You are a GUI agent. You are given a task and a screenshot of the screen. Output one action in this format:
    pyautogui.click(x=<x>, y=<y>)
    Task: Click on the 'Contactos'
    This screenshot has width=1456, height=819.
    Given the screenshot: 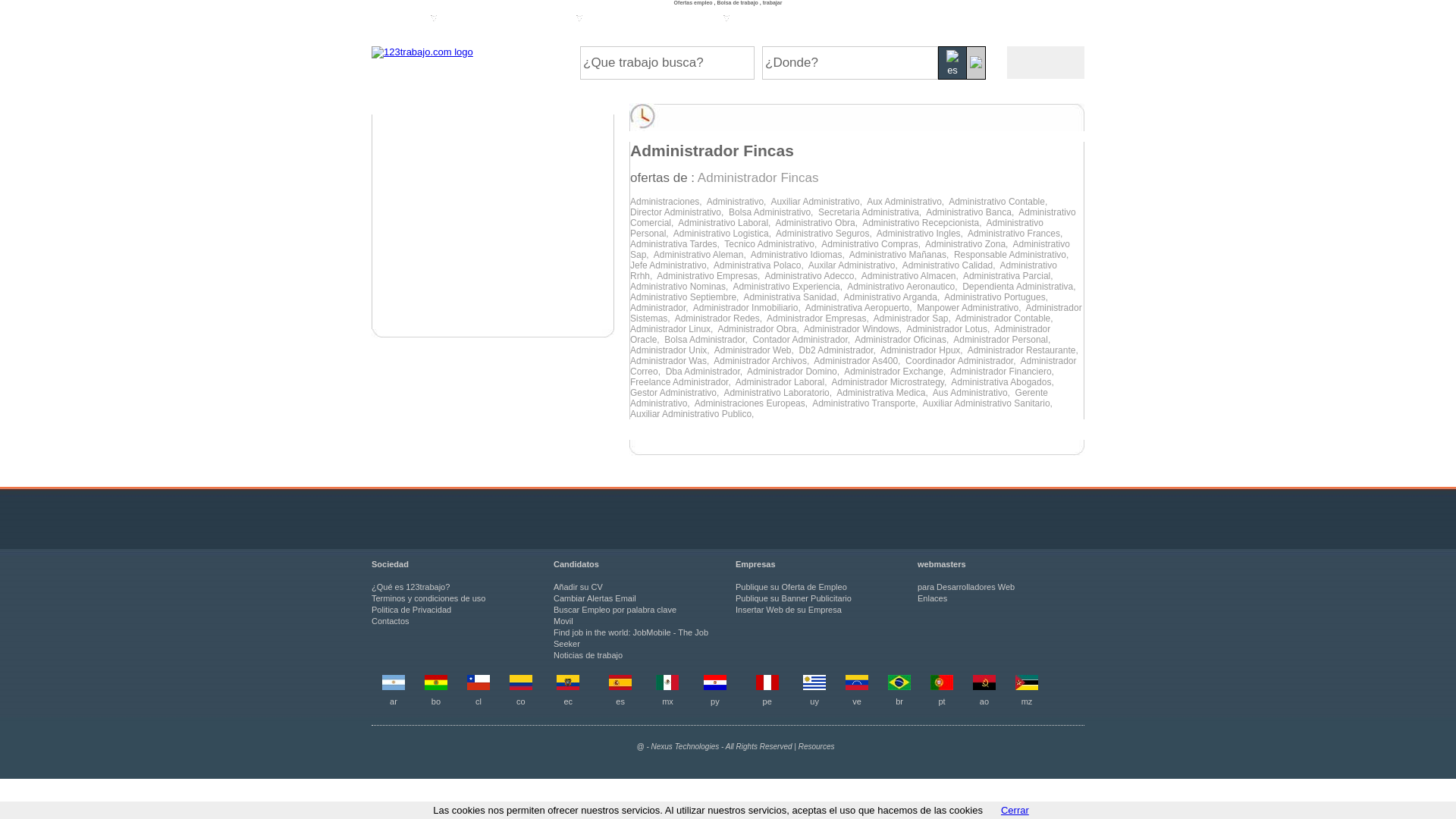 What is the action you would take?
    pyautogui.click(x=371, y=620)
    